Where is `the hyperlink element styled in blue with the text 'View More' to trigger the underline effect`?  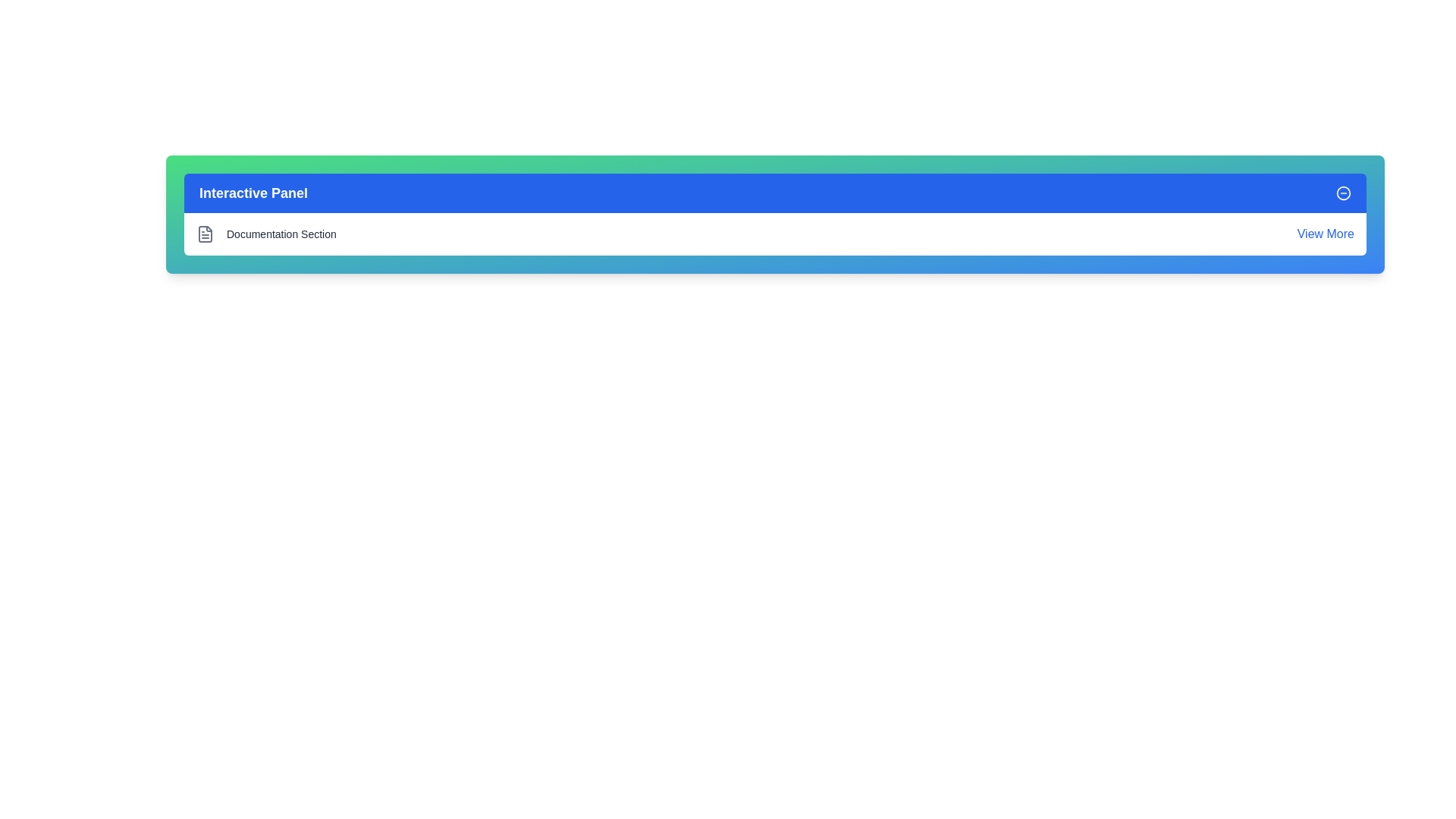 the hyperlink element styled in blue with the text 'View More' to trigger the underline effect is located at coordinates (1325, 234).